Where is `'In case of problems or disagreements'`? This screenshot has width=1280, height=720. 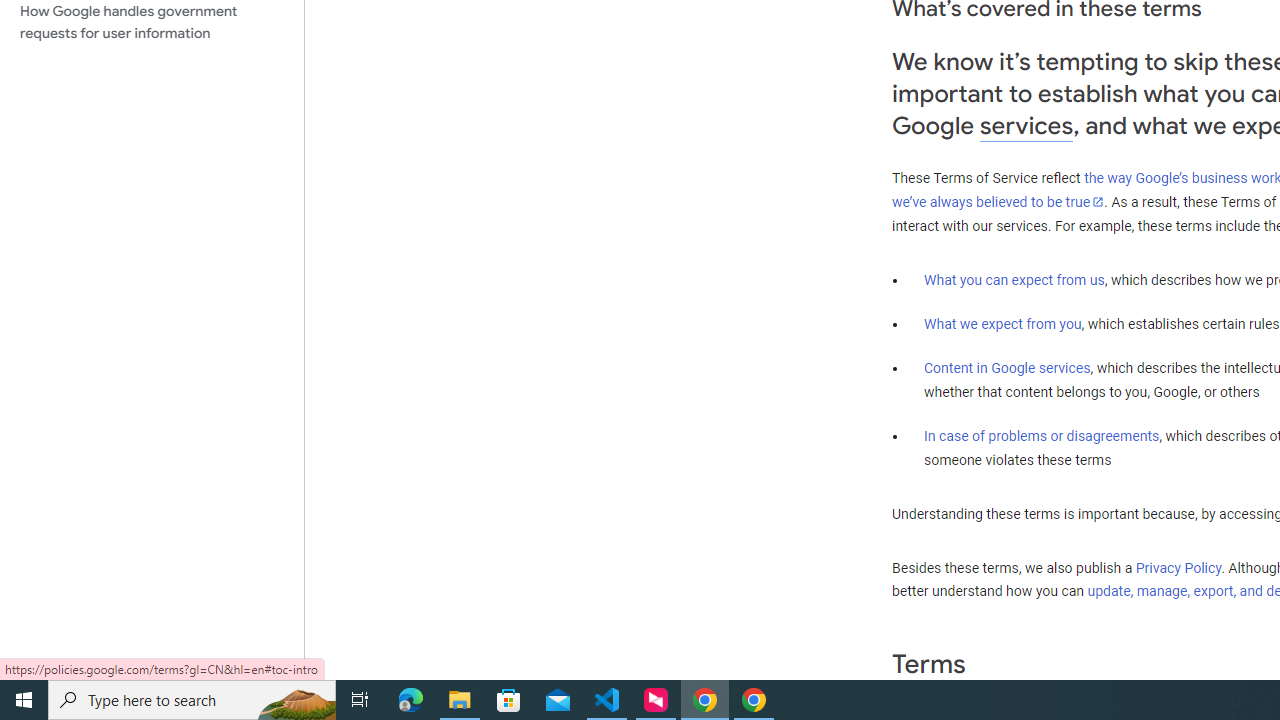 'In case of problems or disagreements' is located at coordinates (1040, 434).